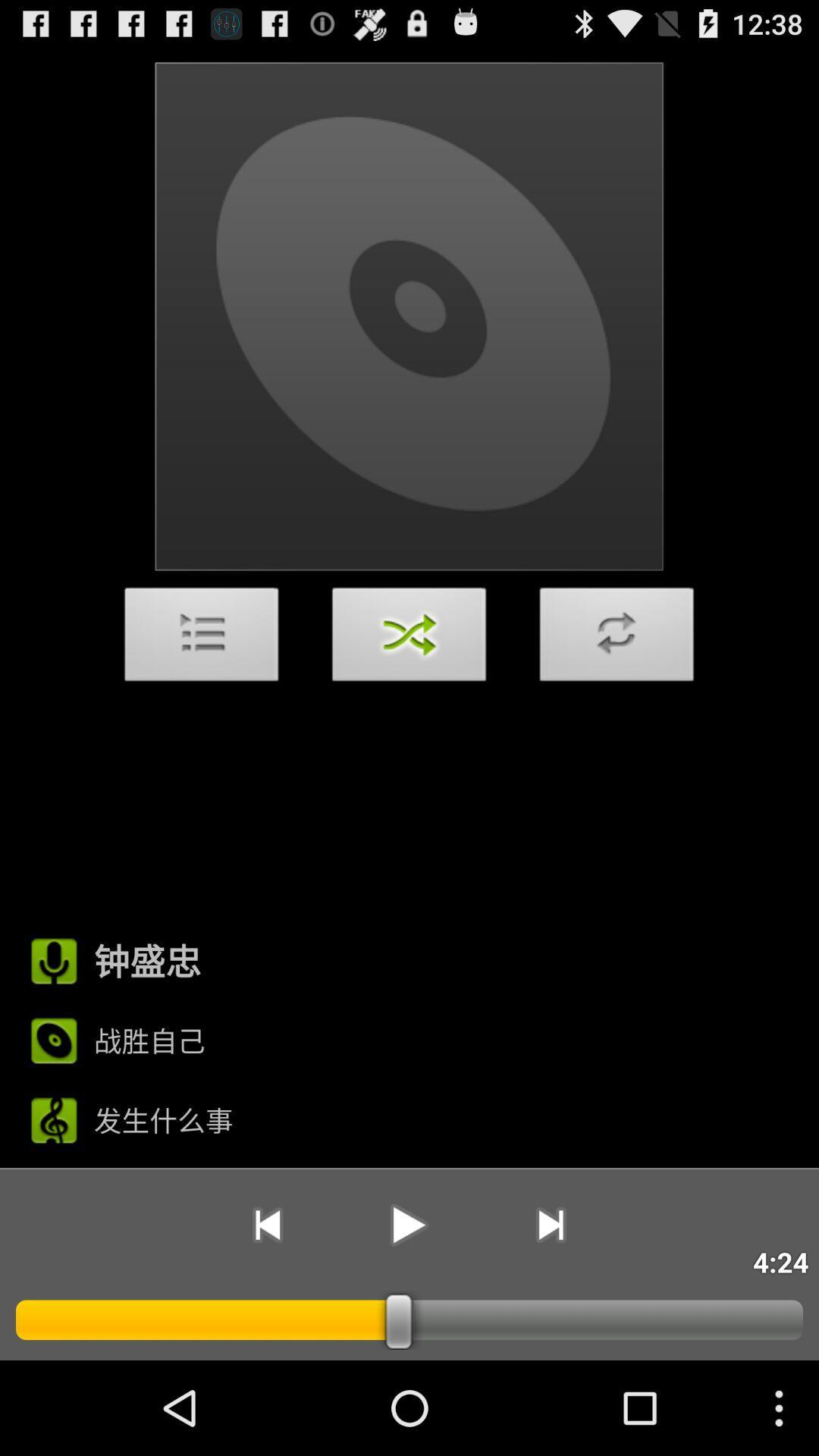 The height and width of the screenshot is (1456, 819). I want to click on the close icon, so click(409, 682).